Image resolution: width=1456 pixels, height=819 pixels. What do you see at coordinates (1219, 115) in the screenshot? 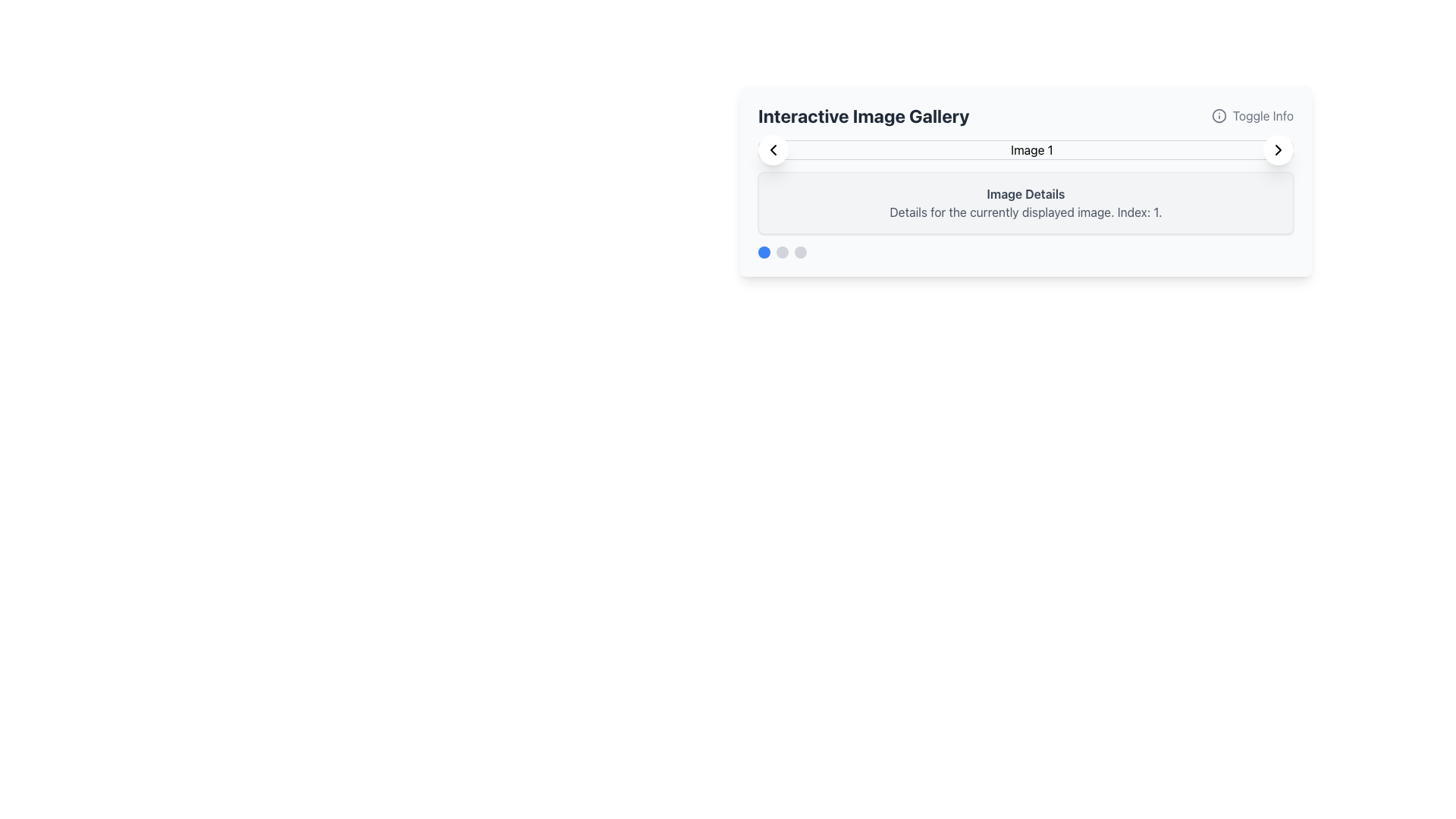
I see `the small circular information icon with an 'i' symbol` at bounding box center [1219, 115].